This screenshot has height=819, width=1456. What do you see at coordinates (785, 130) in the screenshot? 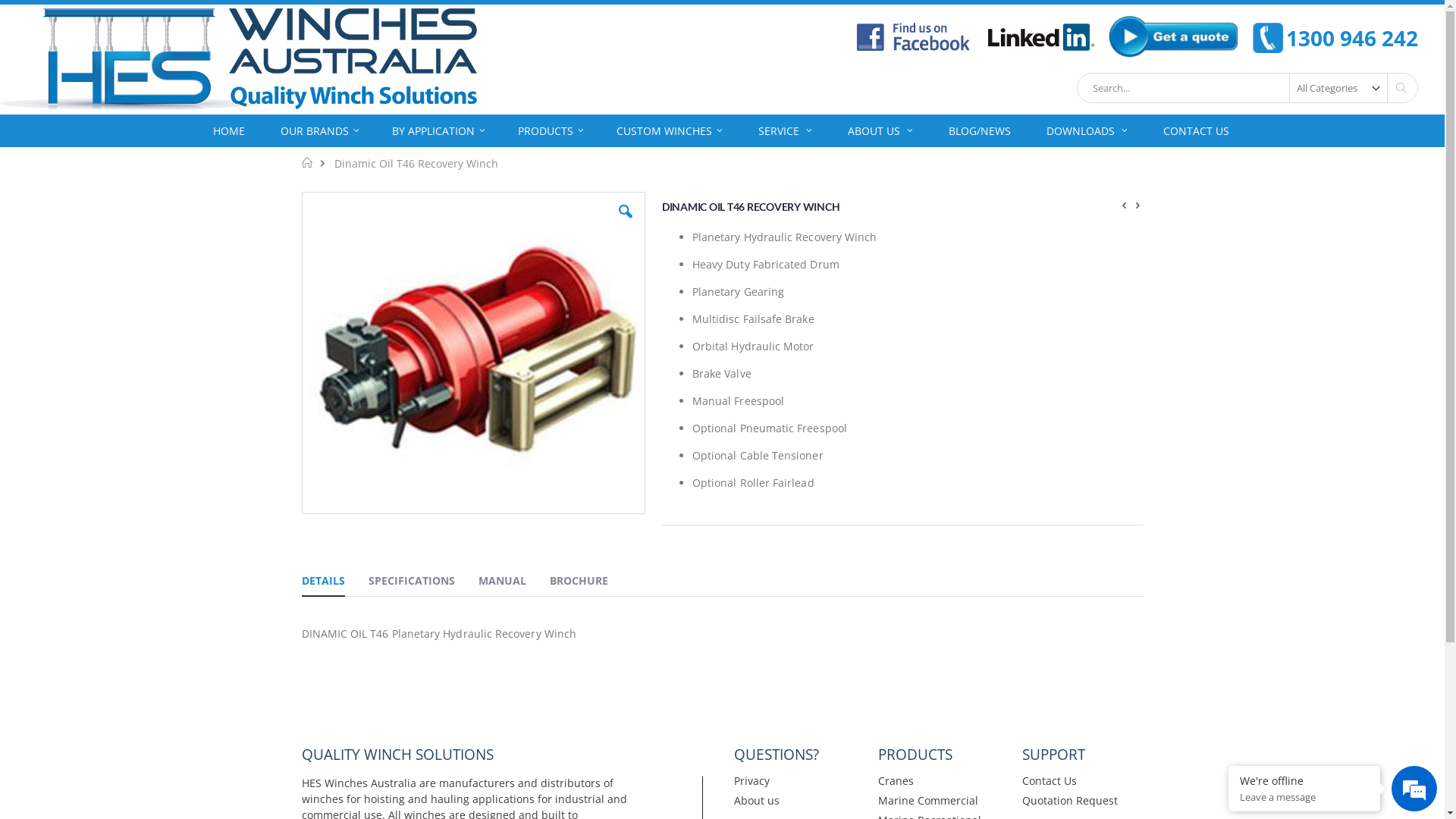
I see `'SERVICE'` at bounding box center [785, 130].